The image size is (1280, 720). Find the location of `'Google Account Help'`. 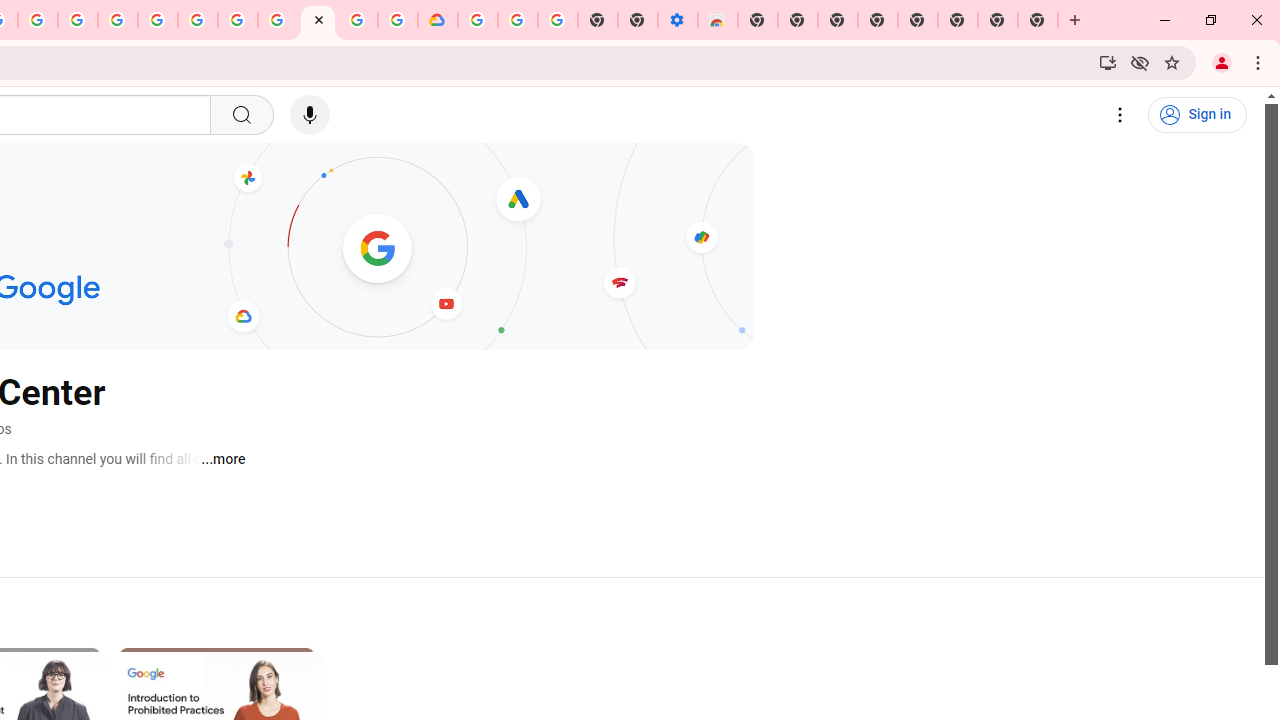

'Google Account Help' is located at coordinates (238, 20).